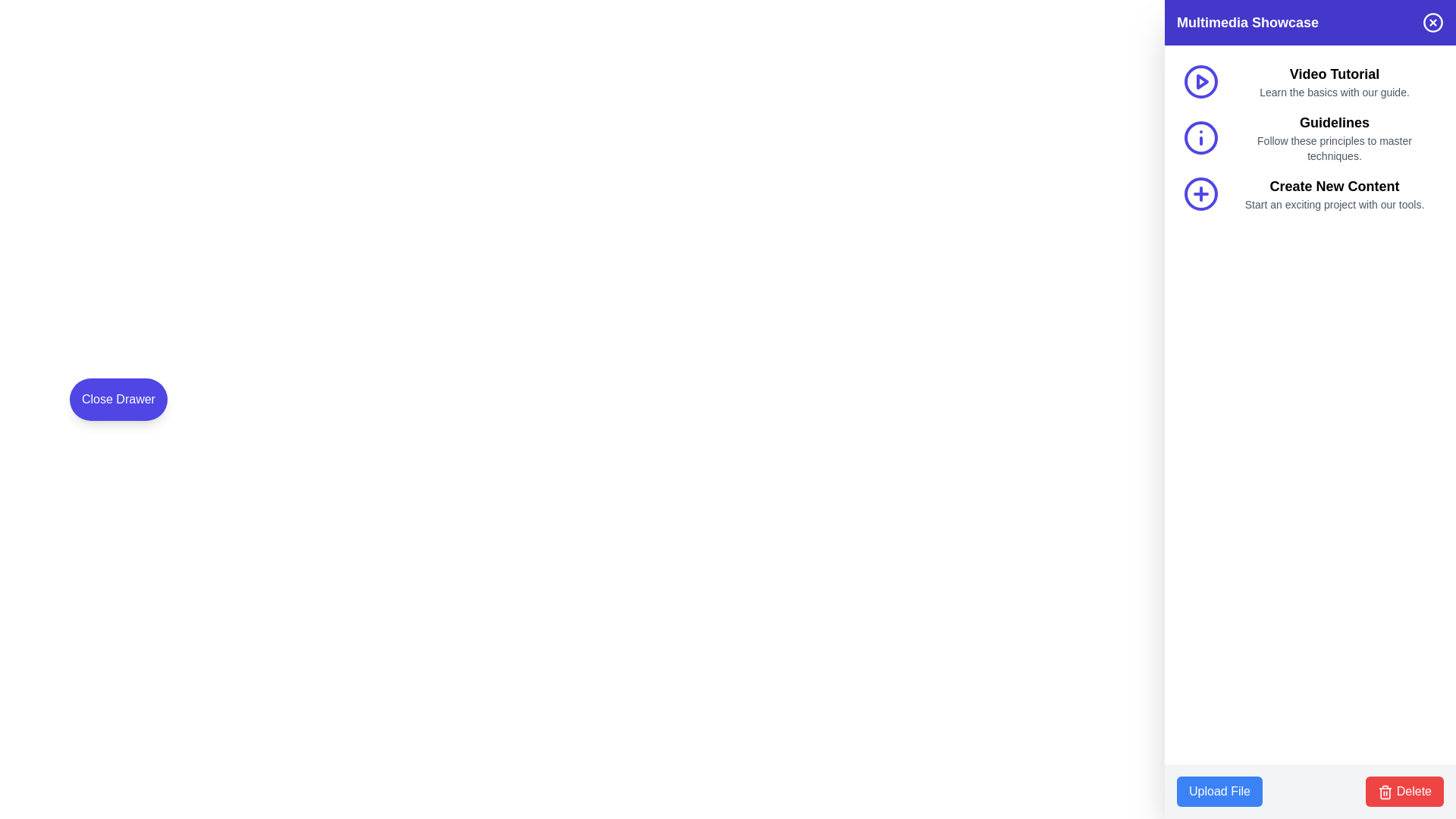  I want to click on the 'Create New Content' list item, which features an indigo circular icon with a plus sign and bold text, so click(1310, 193).